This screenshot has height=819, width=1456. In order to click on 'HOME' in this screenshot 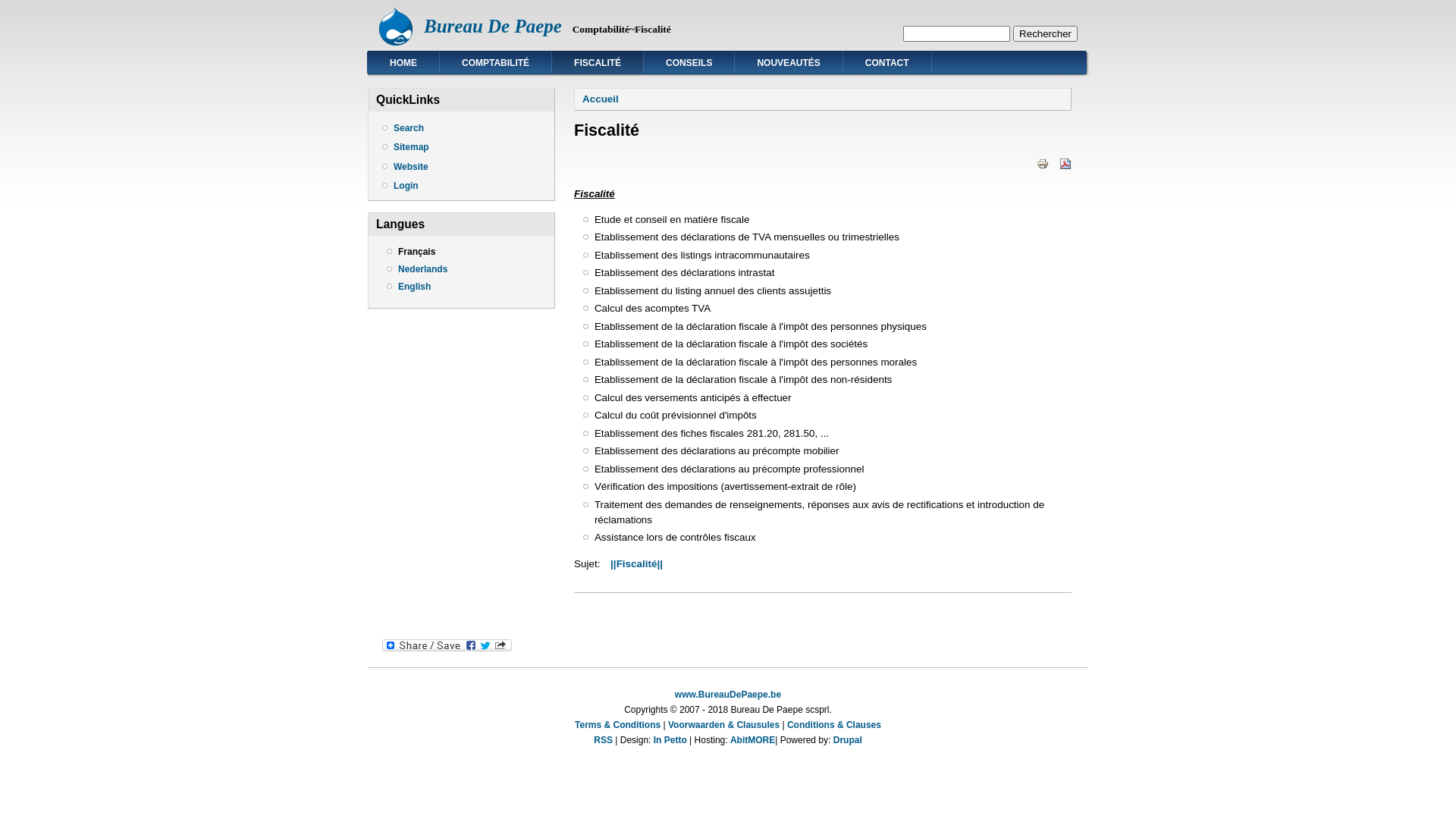, I will do `click(367, 61)`.